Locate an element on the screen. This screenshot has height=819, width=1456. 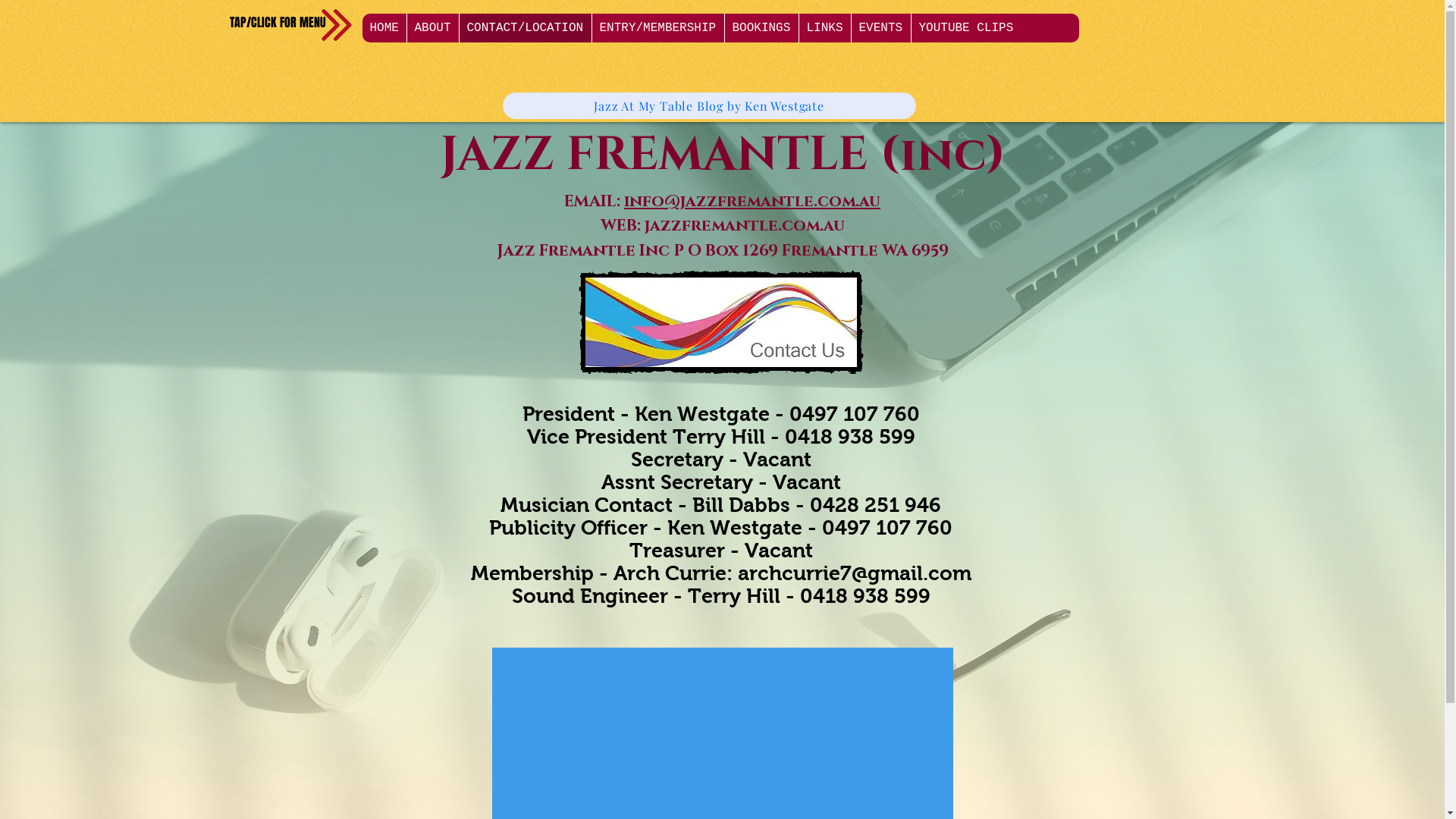
'Jazz At My Table Blog by Ken Westgate' is located at coordinates (708, 105).